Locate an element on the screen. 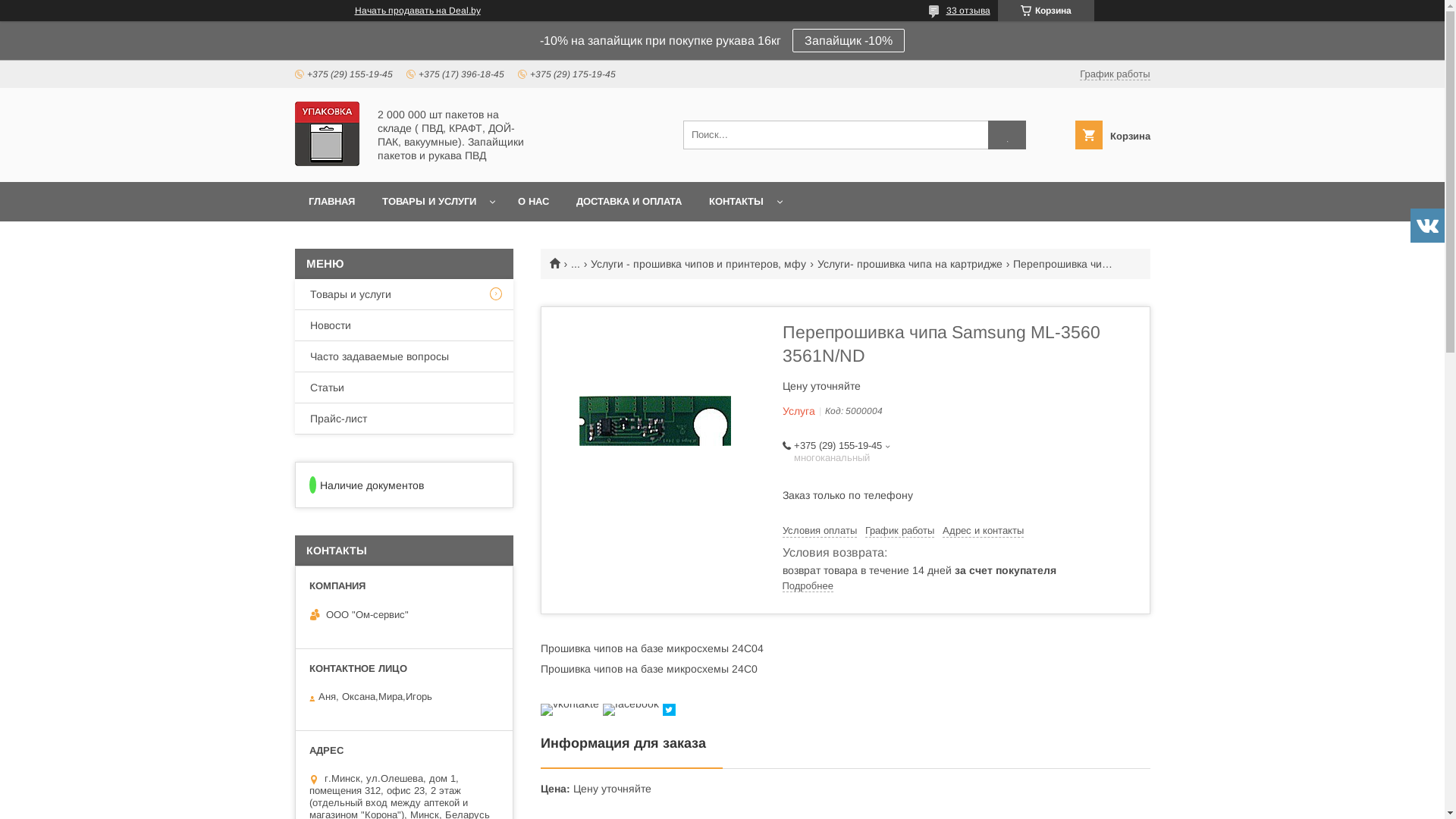 The width and height of the screenshot is (1456, 819). 'facebook' is located at coordinates (629, 704).